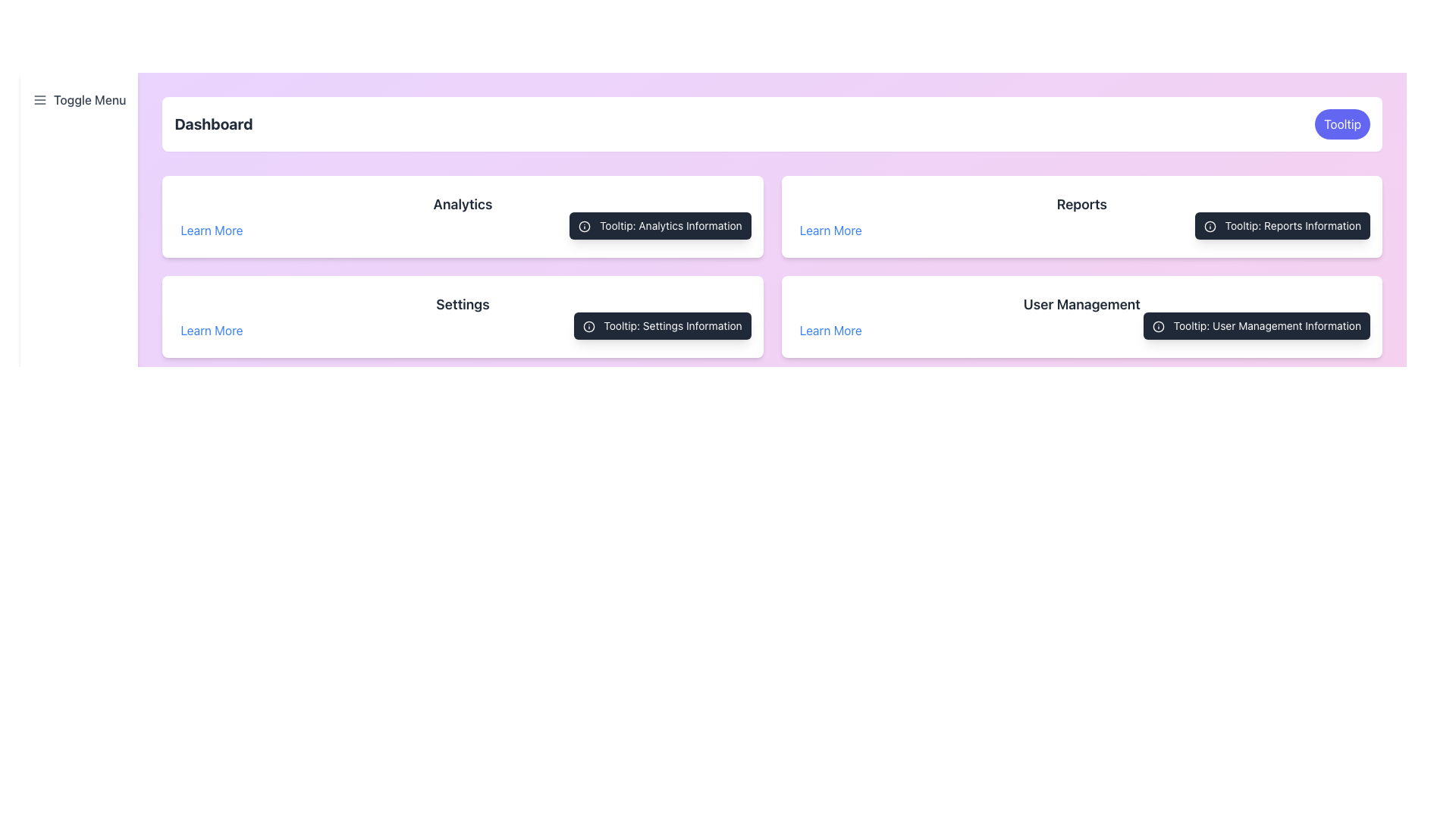 This screenshot has width=1456, height=819. What do you see at coordinates (1081, 304) in the screenshot?
I see `the 'User Management' text component, which displays the phrase in bold and larger font size, styled in dark gray, located in the lower right section of the interface above the 'Learn More' link` at bounding box center [1081, 304].